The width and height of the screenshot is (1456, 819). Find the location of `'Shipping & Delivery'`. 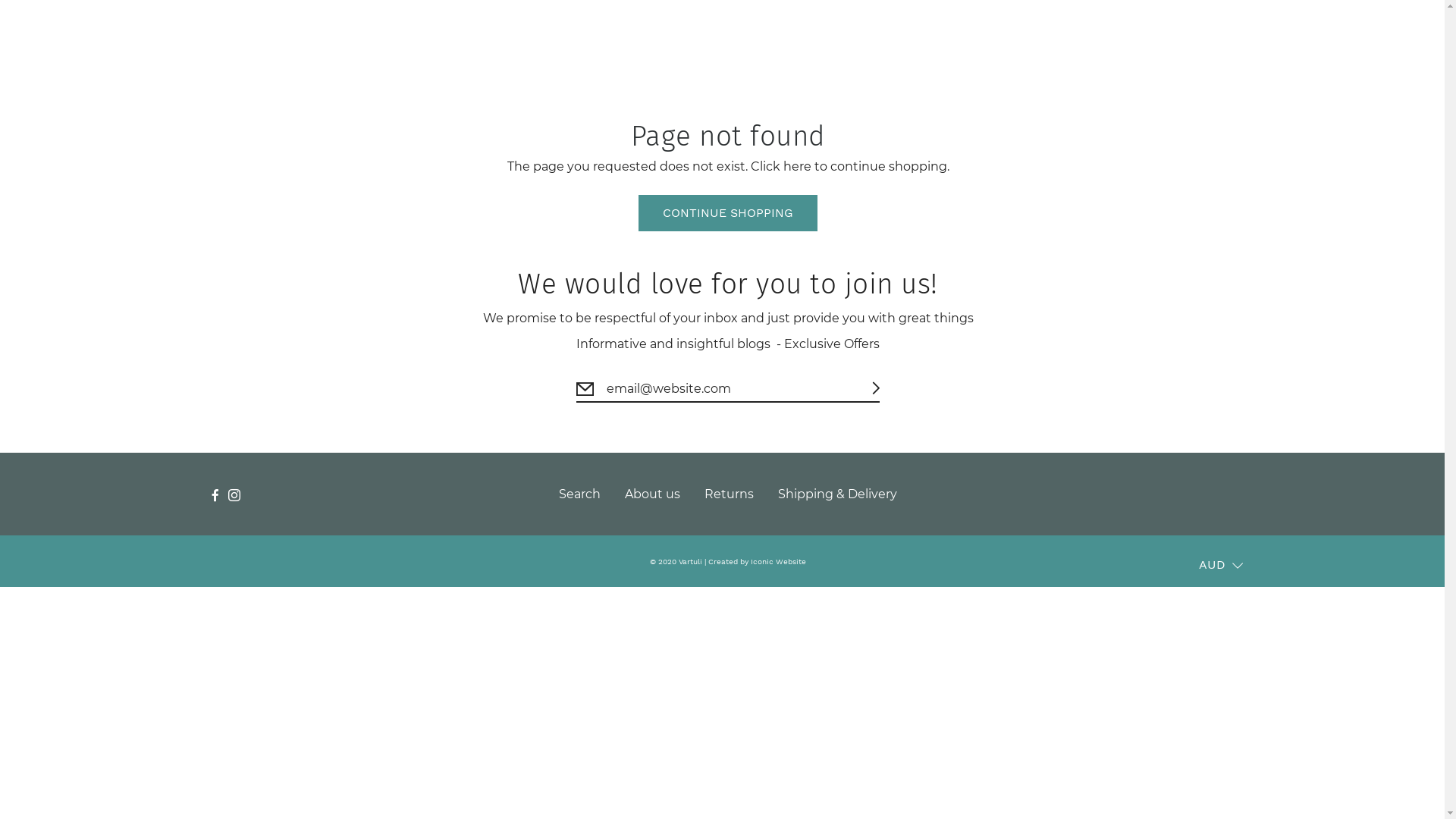

'Shipping & Delivery' is located at coordinates (836, 494).